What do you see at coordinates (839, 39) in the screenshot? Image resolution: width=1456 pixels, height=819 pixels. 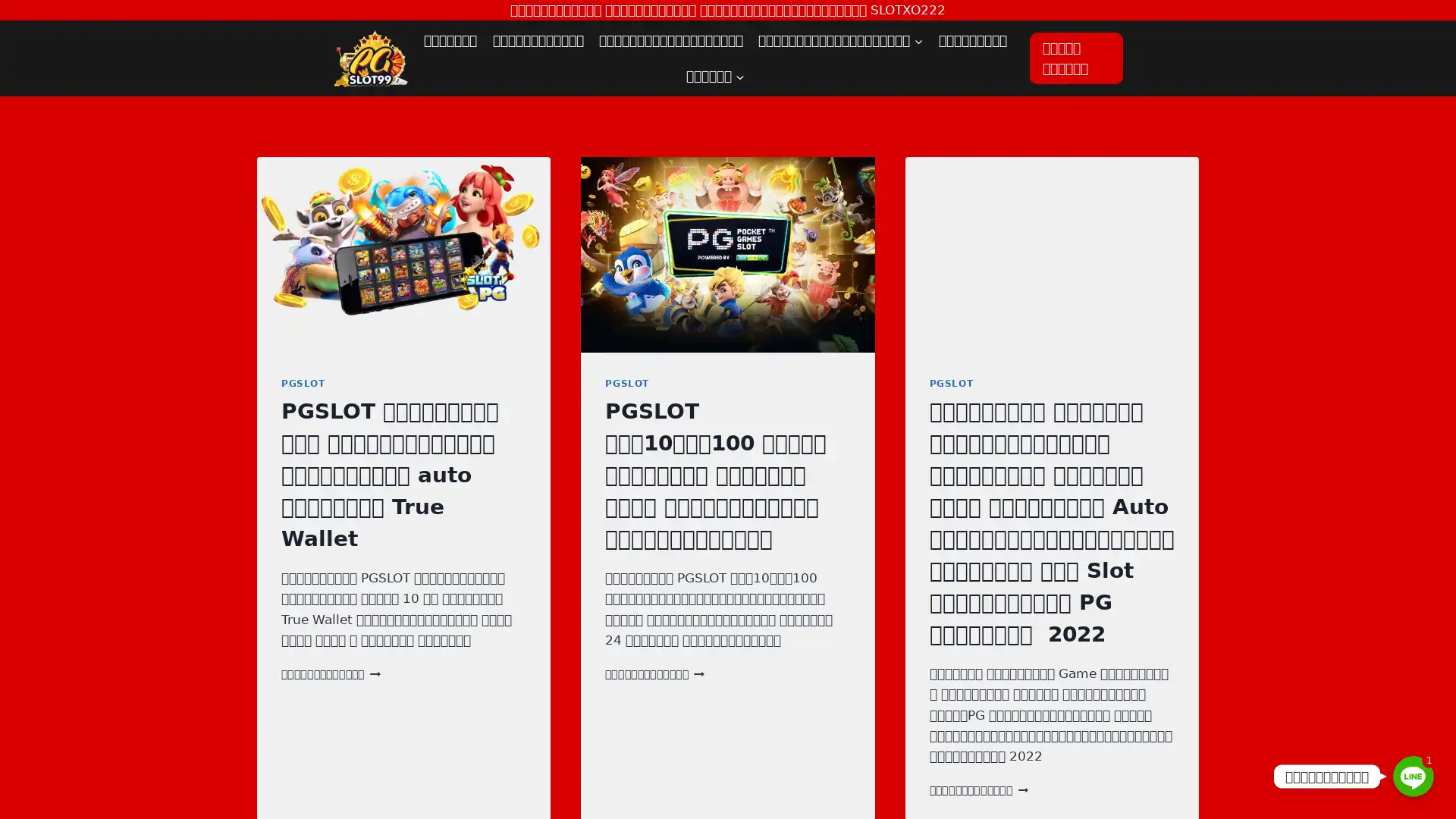 I see `Expand child menu` at bounding box center [839, 39].